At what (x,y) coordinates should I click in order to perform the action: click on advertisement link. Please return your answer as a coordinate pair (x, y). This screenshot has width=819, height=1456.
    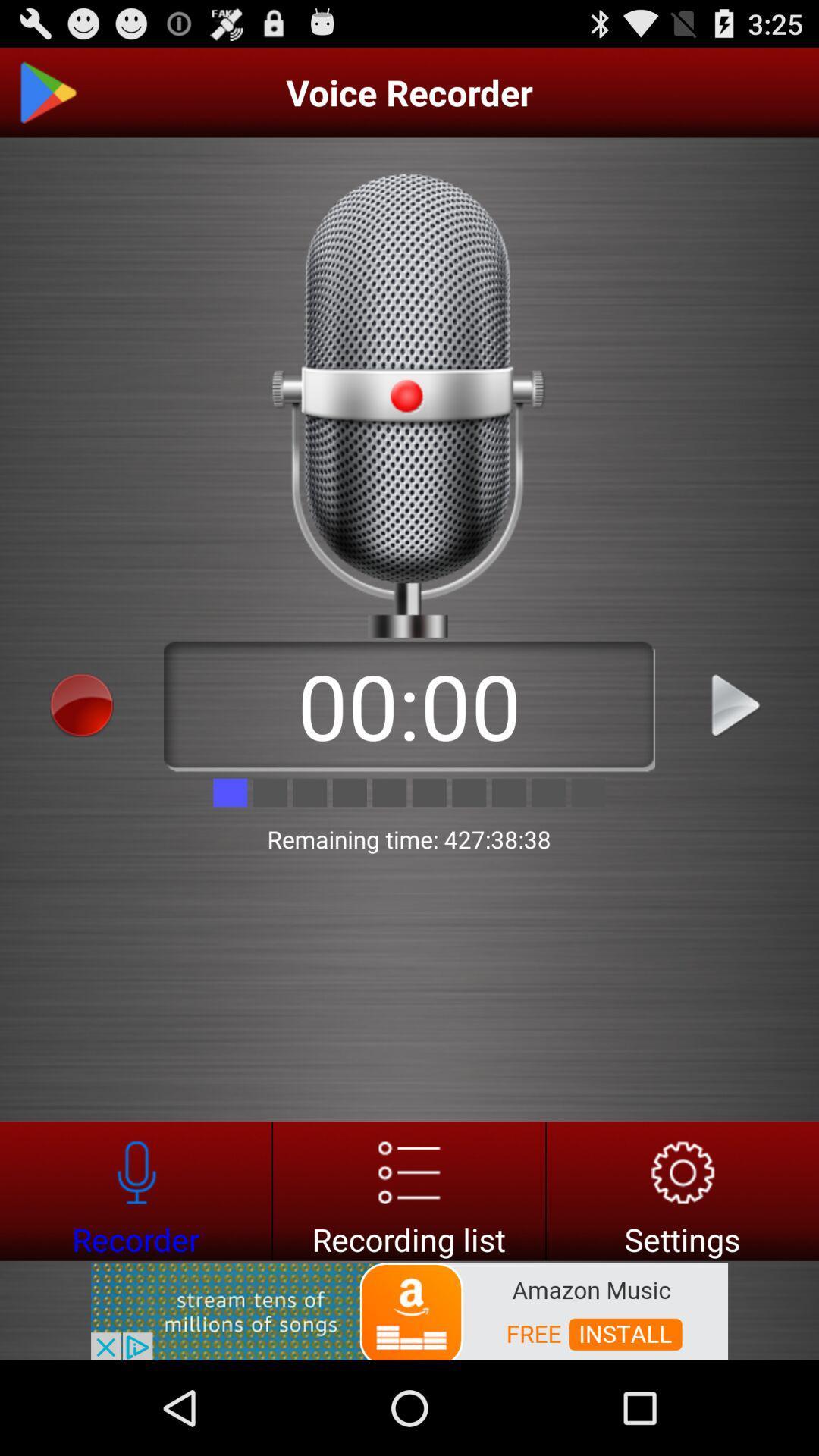
    Looking at the image, I should click on (409, 1310).